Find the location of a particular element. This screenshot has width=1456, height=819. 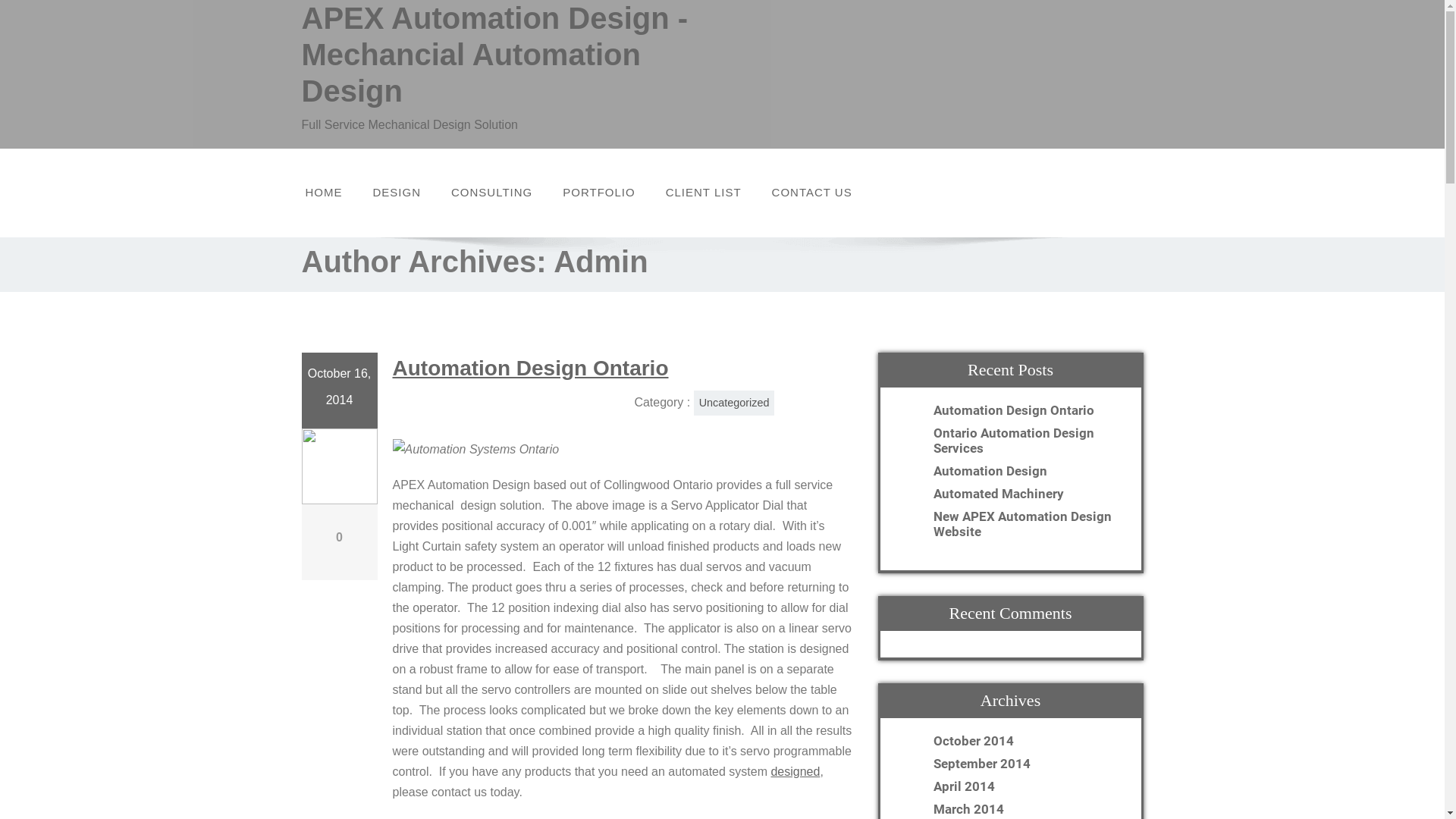

'Automation Design Ontario' is located at coordinates (1025, 409).